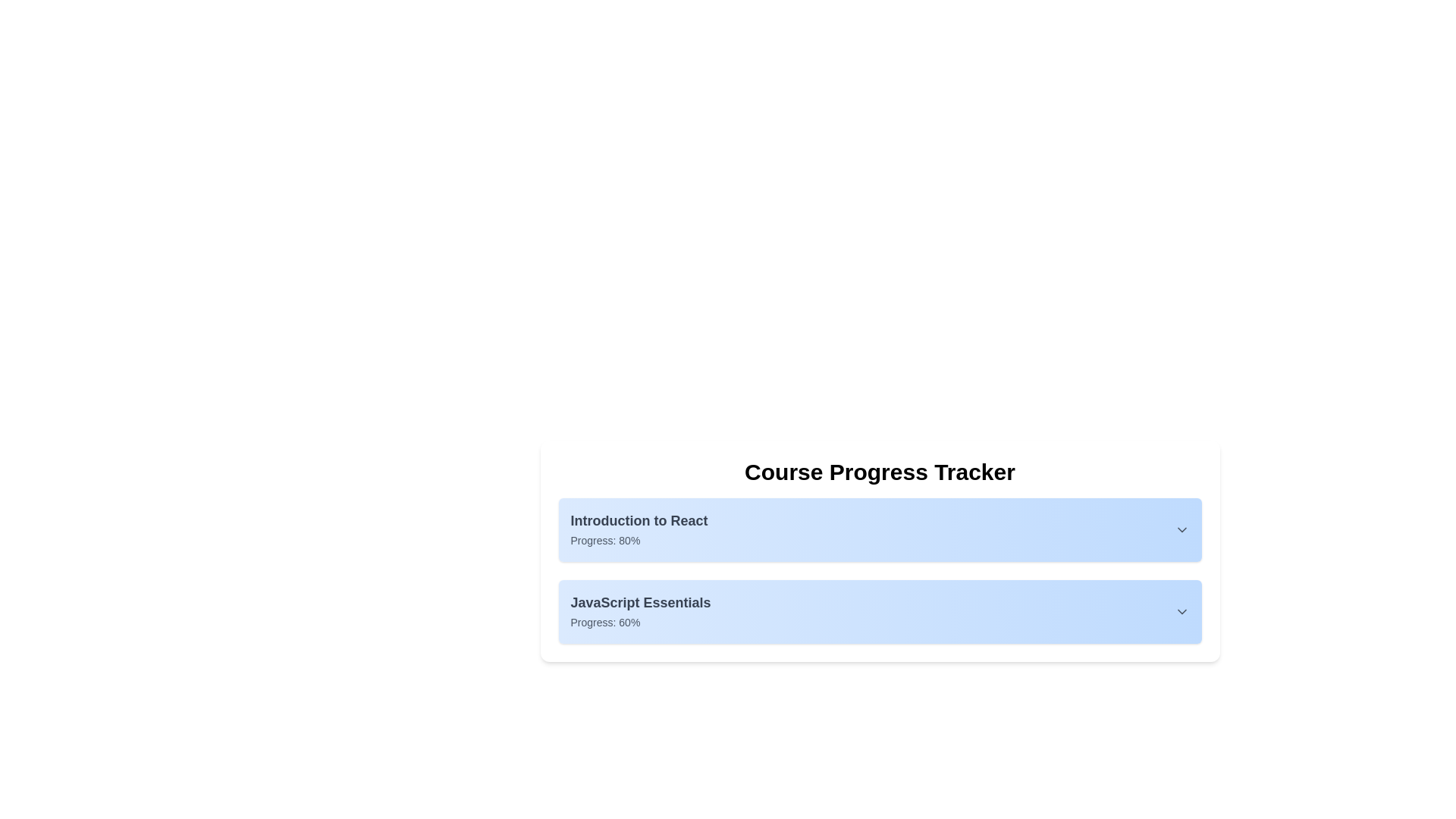 Image resolution: width=1456 pixels, height=819 pixels. Describe the element at coordinates (604, 540) in the screenshot. I see `the static text displaying 'Progress: 80%' located inside the card titled 'Introduction to React' which is positioned at the bottom of the card, providing completion status for the course` at that location.